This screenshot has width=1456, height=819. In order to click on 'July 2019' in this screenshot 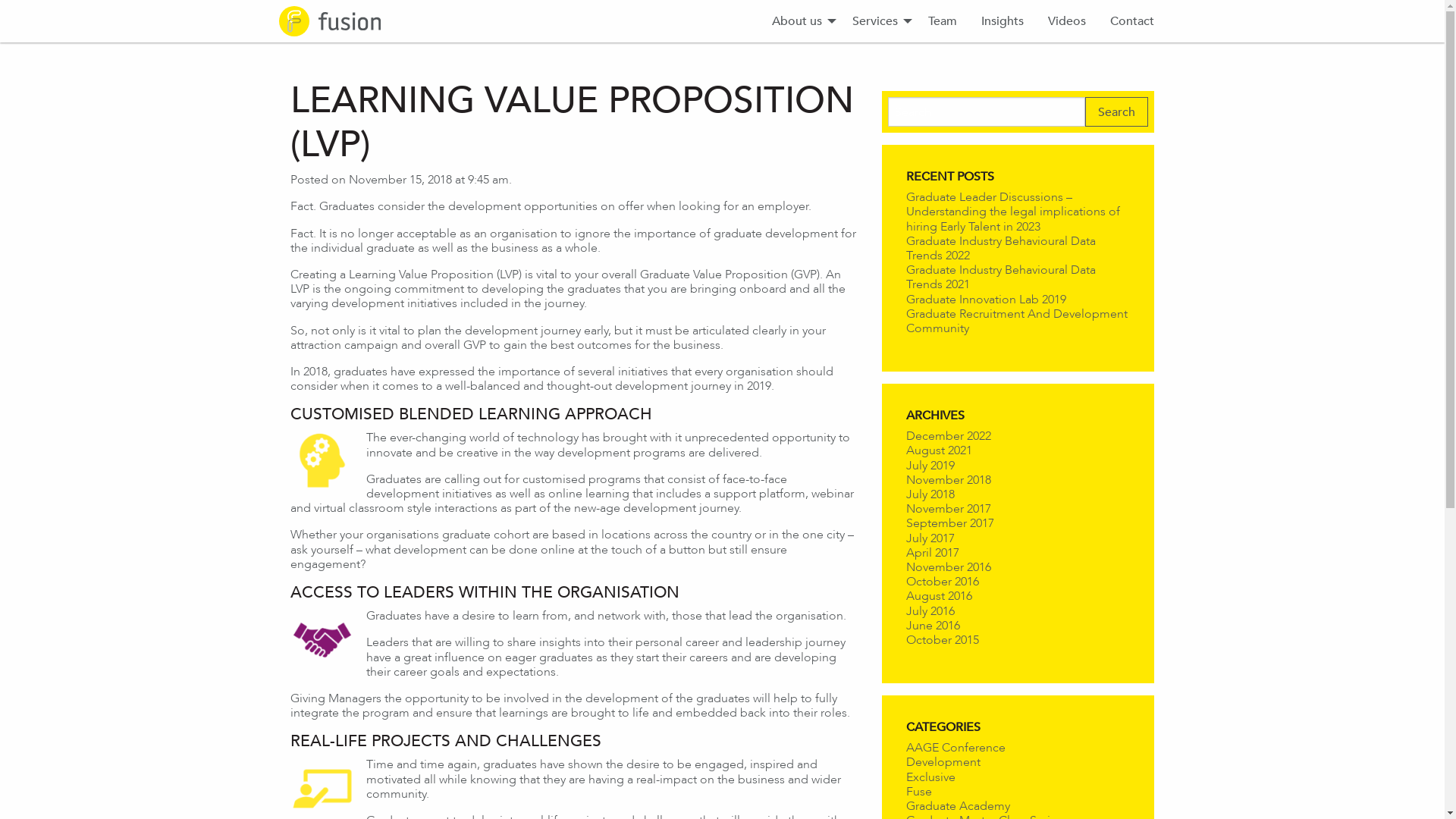, I will do `click(928, 464)`.